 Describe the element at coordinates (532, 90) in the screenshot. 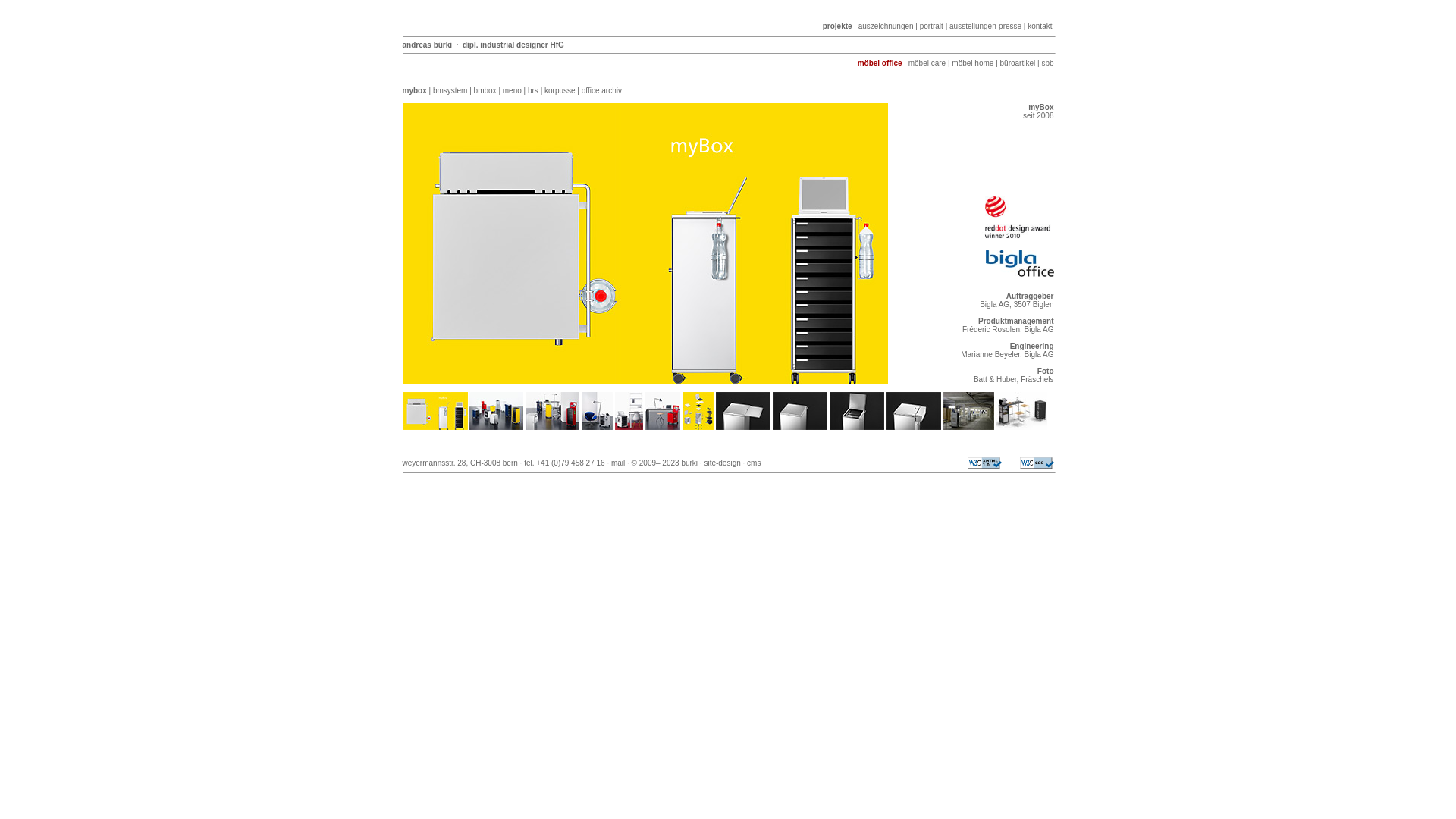

I see `'brs'` at that location.